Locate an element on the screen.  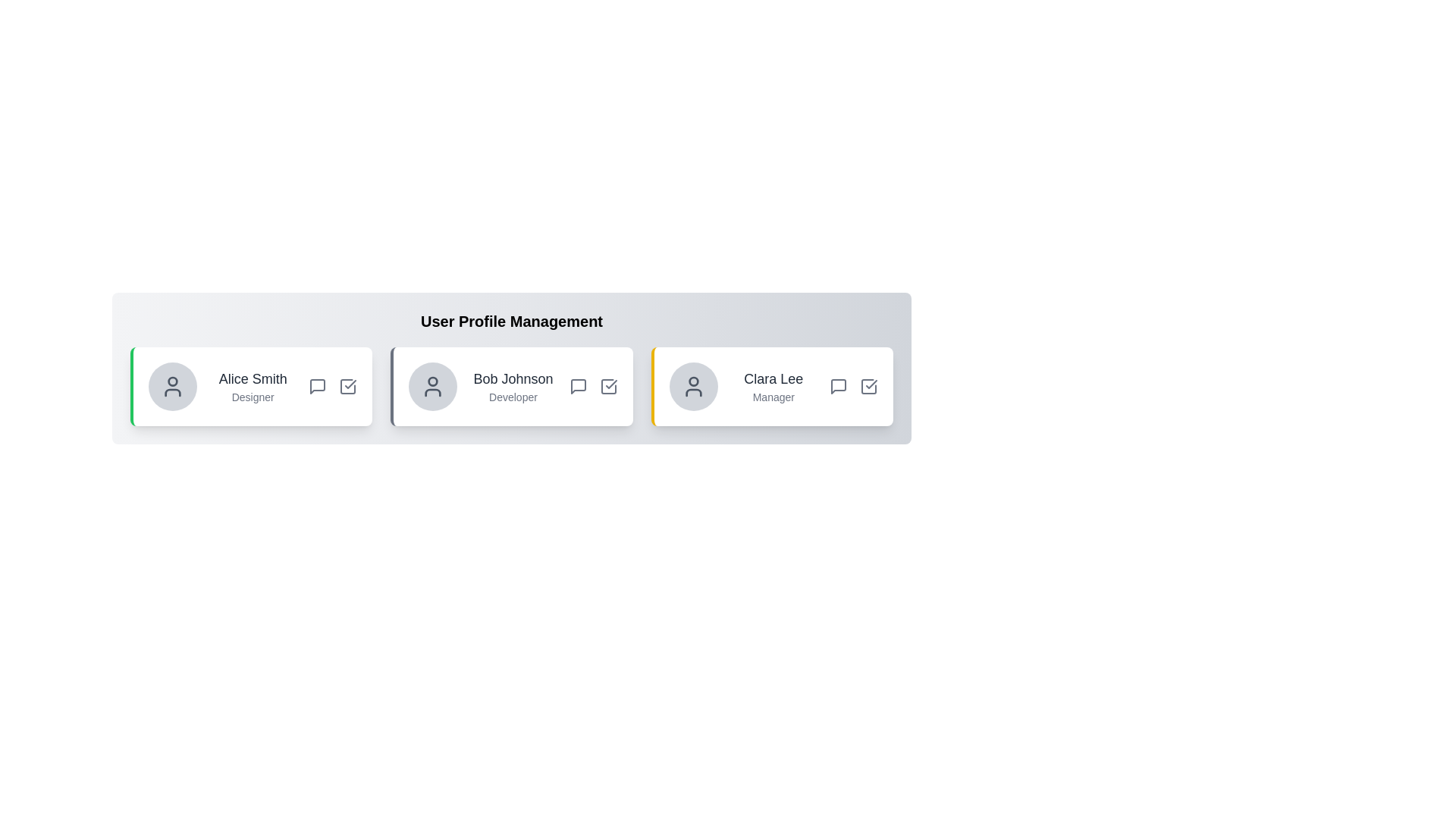
the icon button located to the right of 'Bob Johnson' and left of the pencil icon is located at coordinates (577, 385).